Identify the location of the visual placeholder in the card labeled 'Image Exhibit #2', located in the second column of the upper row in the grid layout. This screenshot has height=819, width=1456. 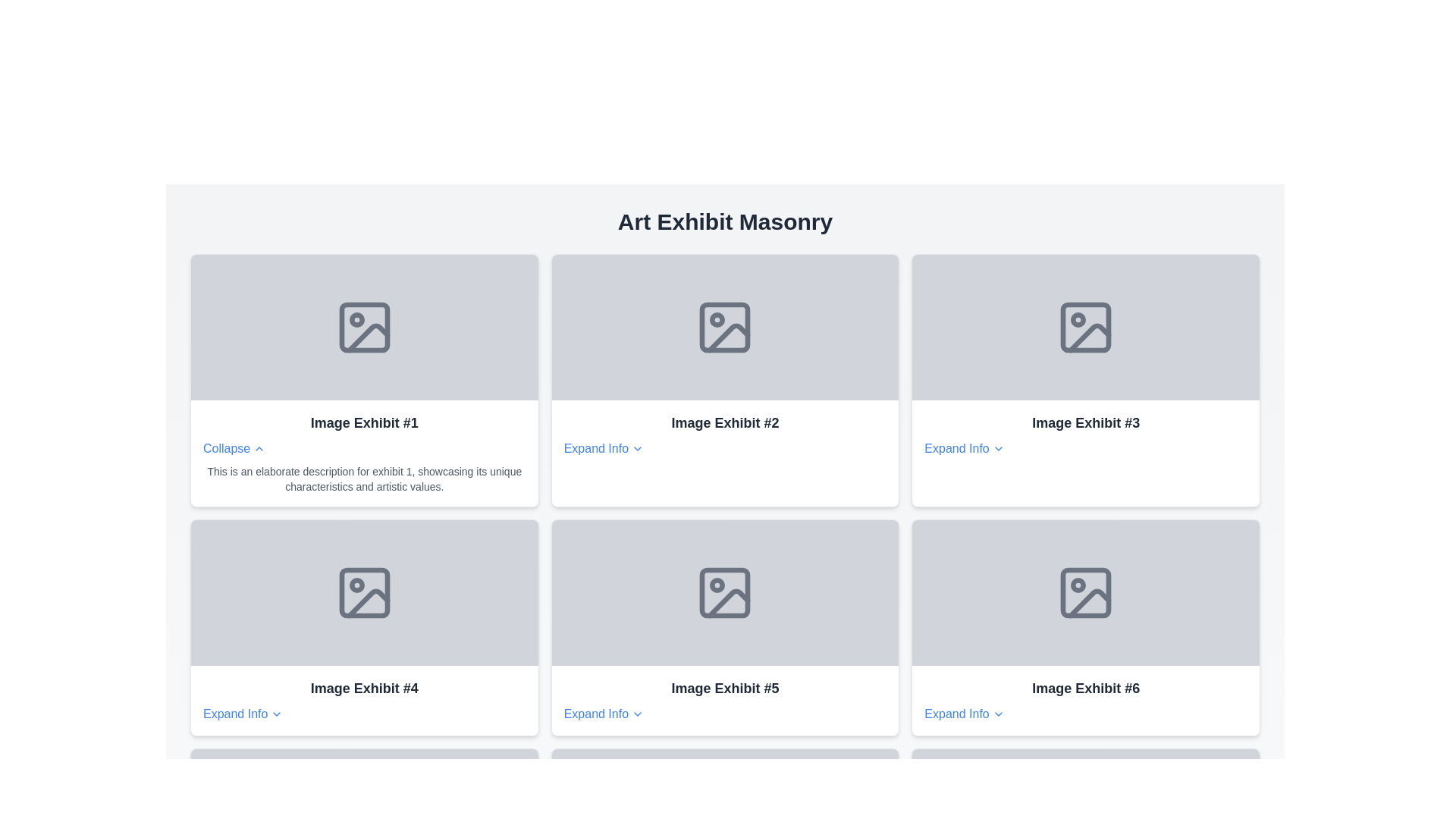
(724, 327).